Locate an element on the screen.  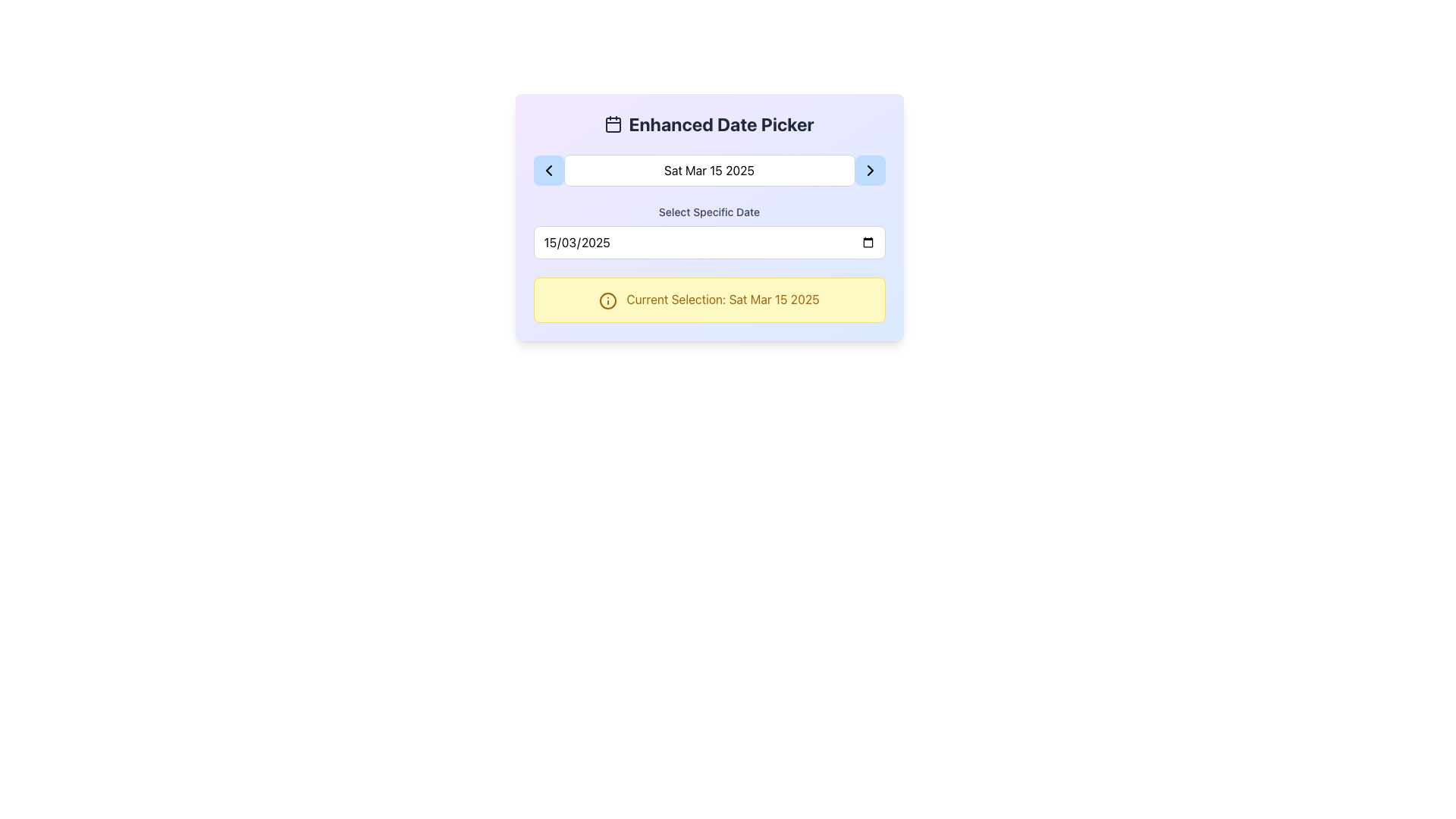
the date input field labeled 'Select Specific Date' is located at coordinates (708, 231).